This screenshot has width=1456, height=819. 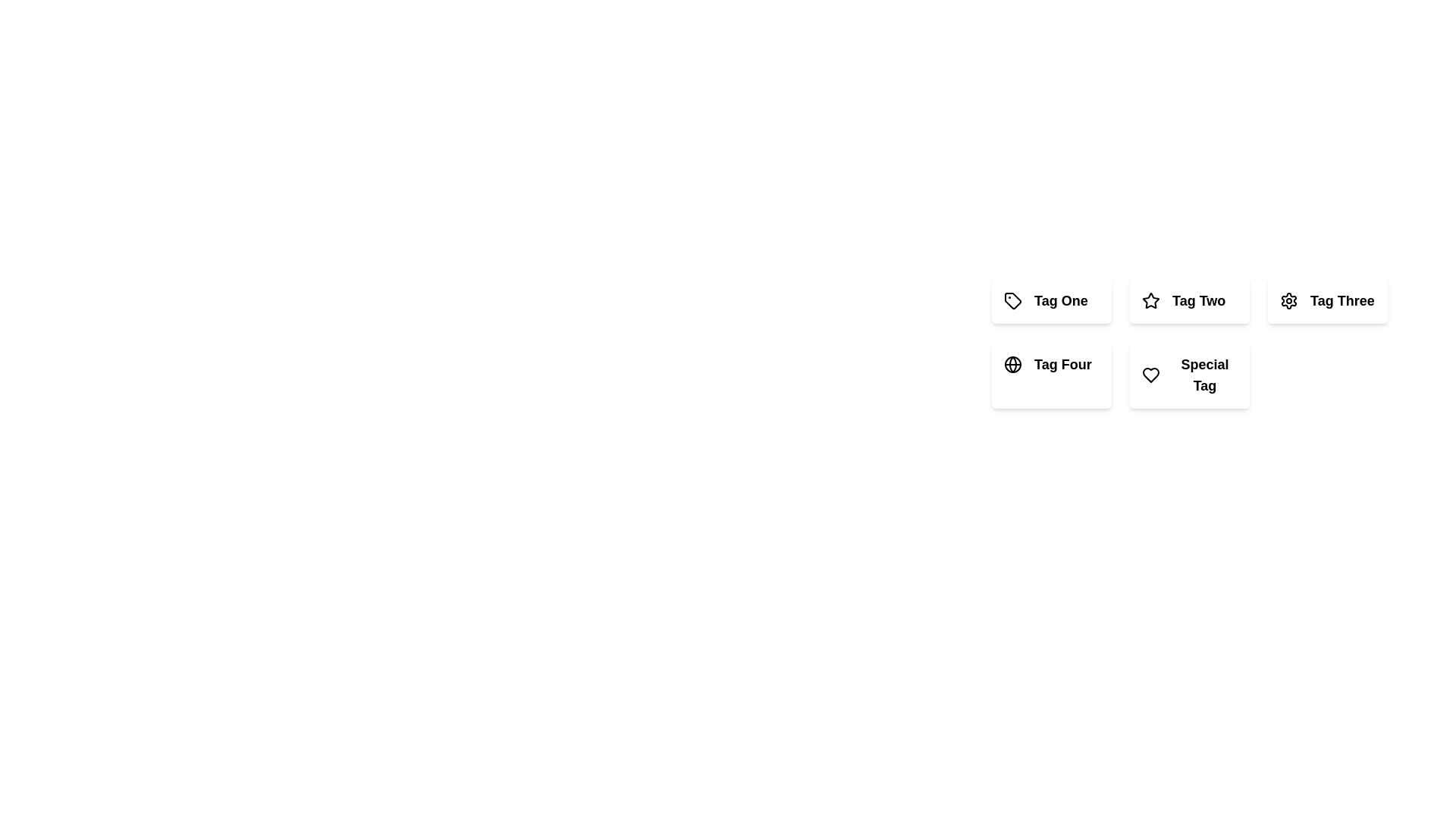 What do you see at coordinates (1012, 301) in the screenshot?
I see `the decorative icon associated with the 'Tag One' label, which is located in the top-left corner of the grid of tagged icons` at bounding box center [1012, 301].